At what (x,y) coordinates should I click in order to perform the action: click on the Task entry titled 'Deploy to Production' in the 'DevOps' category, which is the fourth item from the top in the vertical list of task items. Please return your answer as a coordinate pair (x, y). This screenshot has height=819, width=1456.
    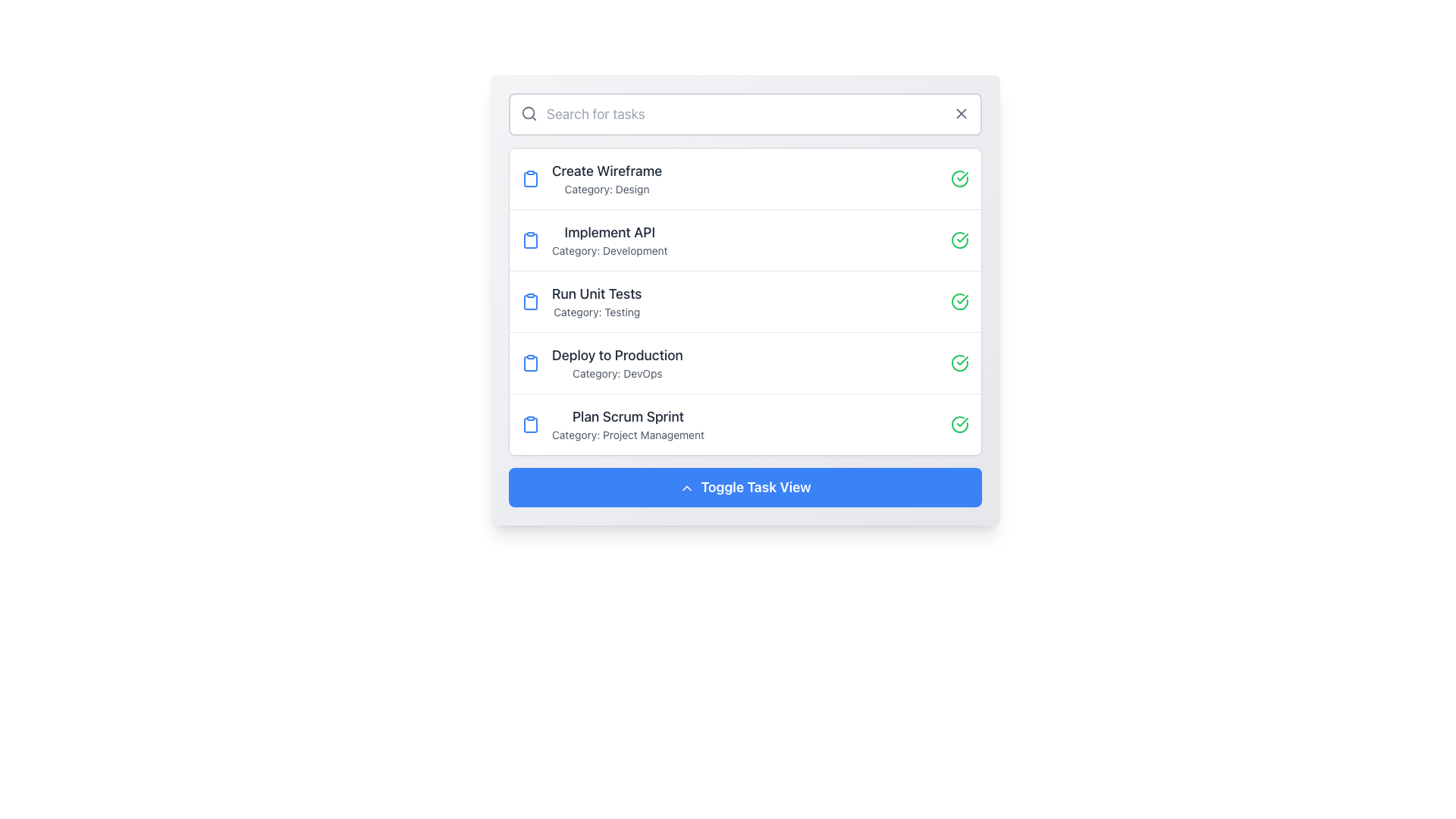
    Looking at the image, I should click on (601, 362).